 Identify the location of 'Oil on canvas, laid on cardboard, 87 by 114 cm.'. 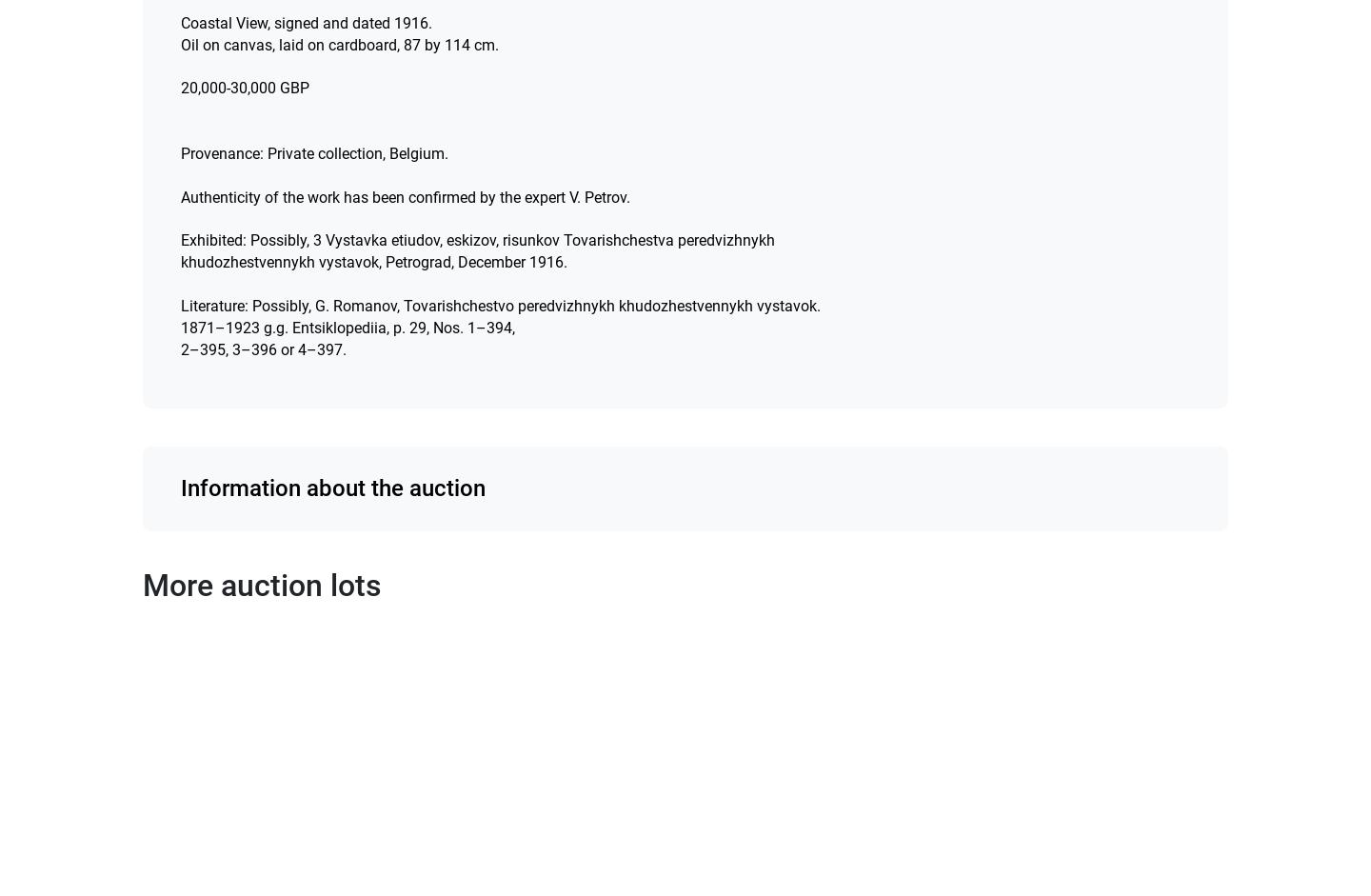
(339, 43).